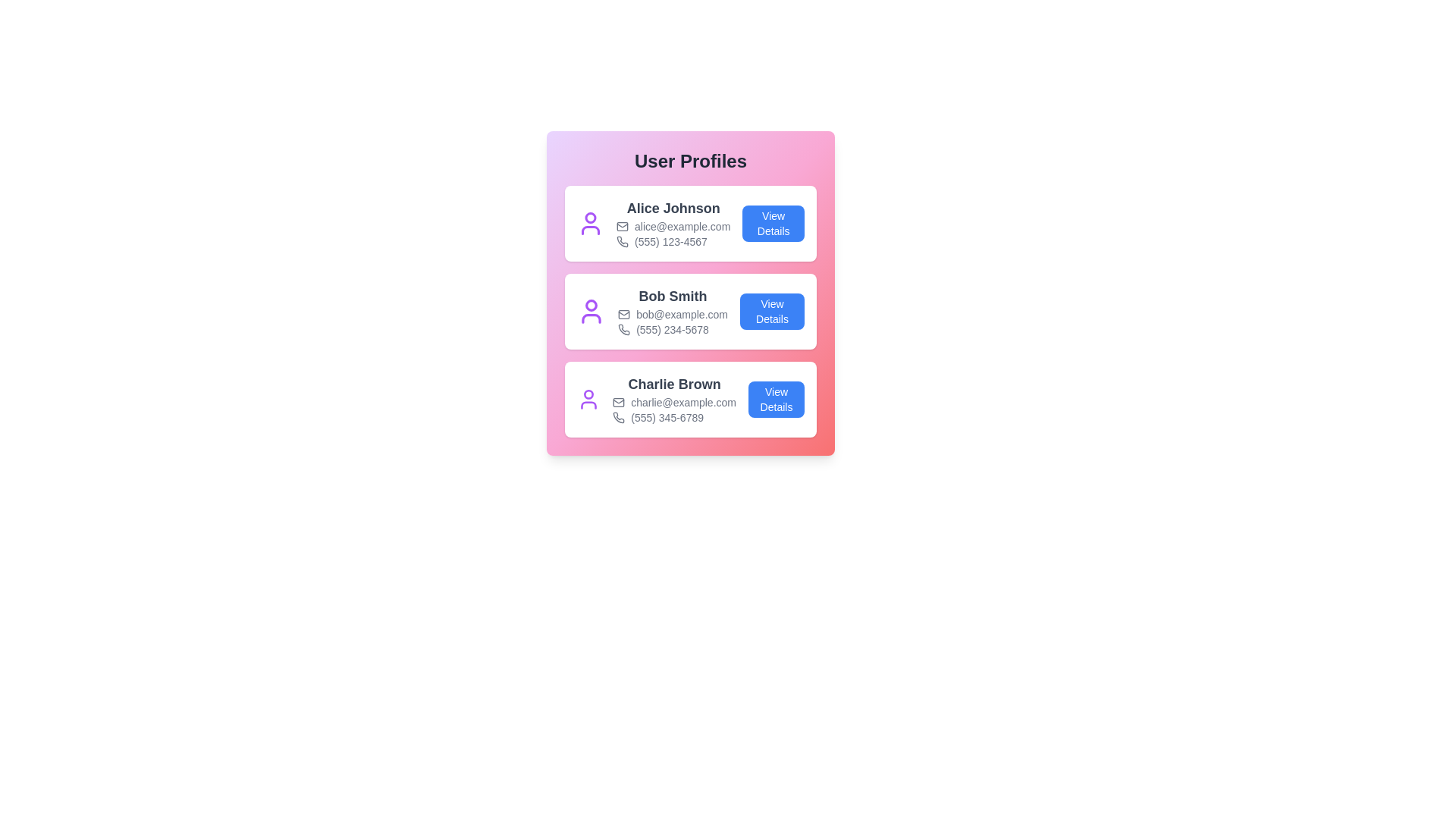 The image size is (1456, 819). I want to click on the text content of email for user Bob Smith, so click(672, 314).